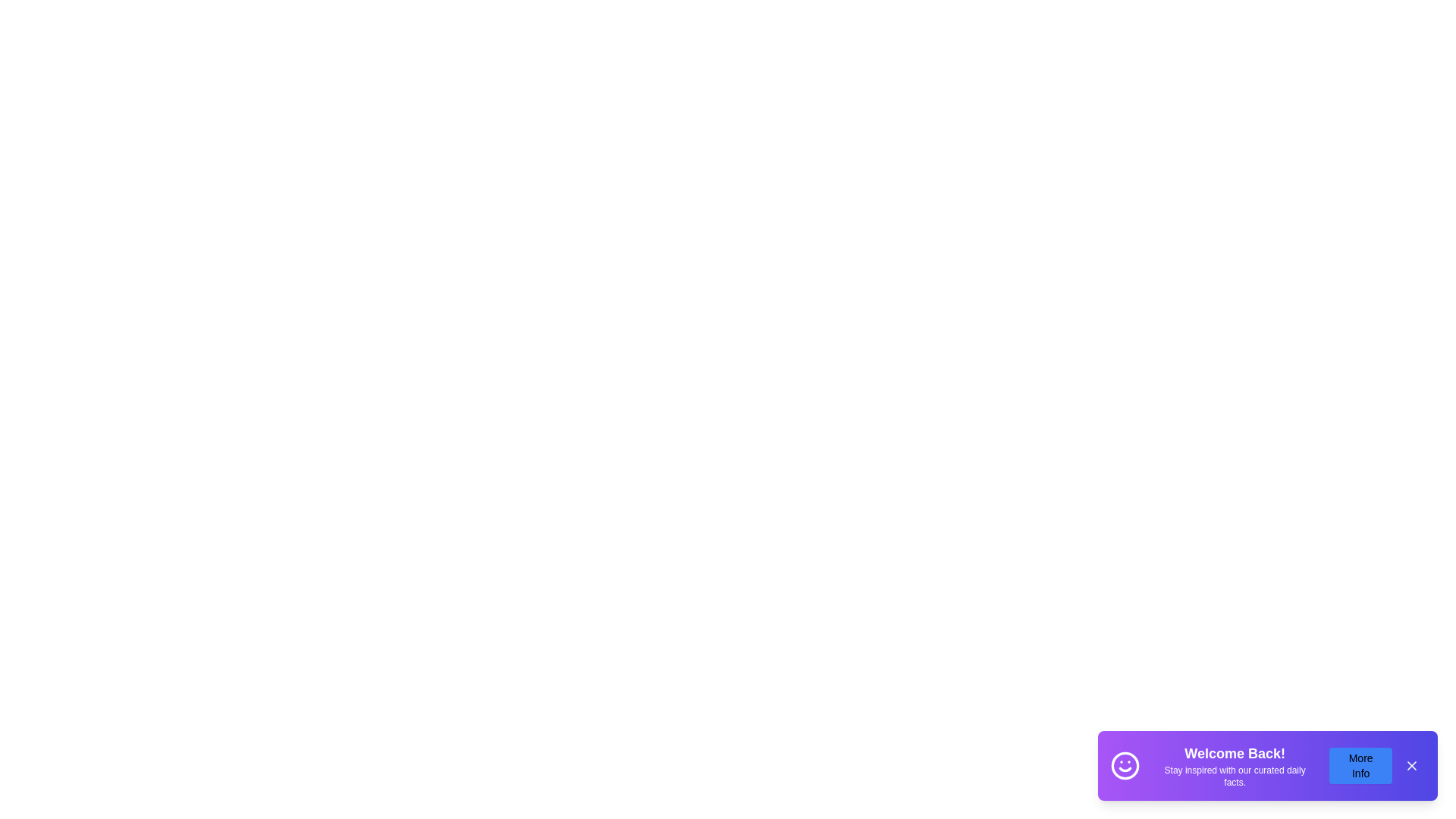  What do you see at coordinates (1125, 766) in the screenshot?
I see `the smile_icon to trigger its hover effect` at bounding box center [1125, 766].